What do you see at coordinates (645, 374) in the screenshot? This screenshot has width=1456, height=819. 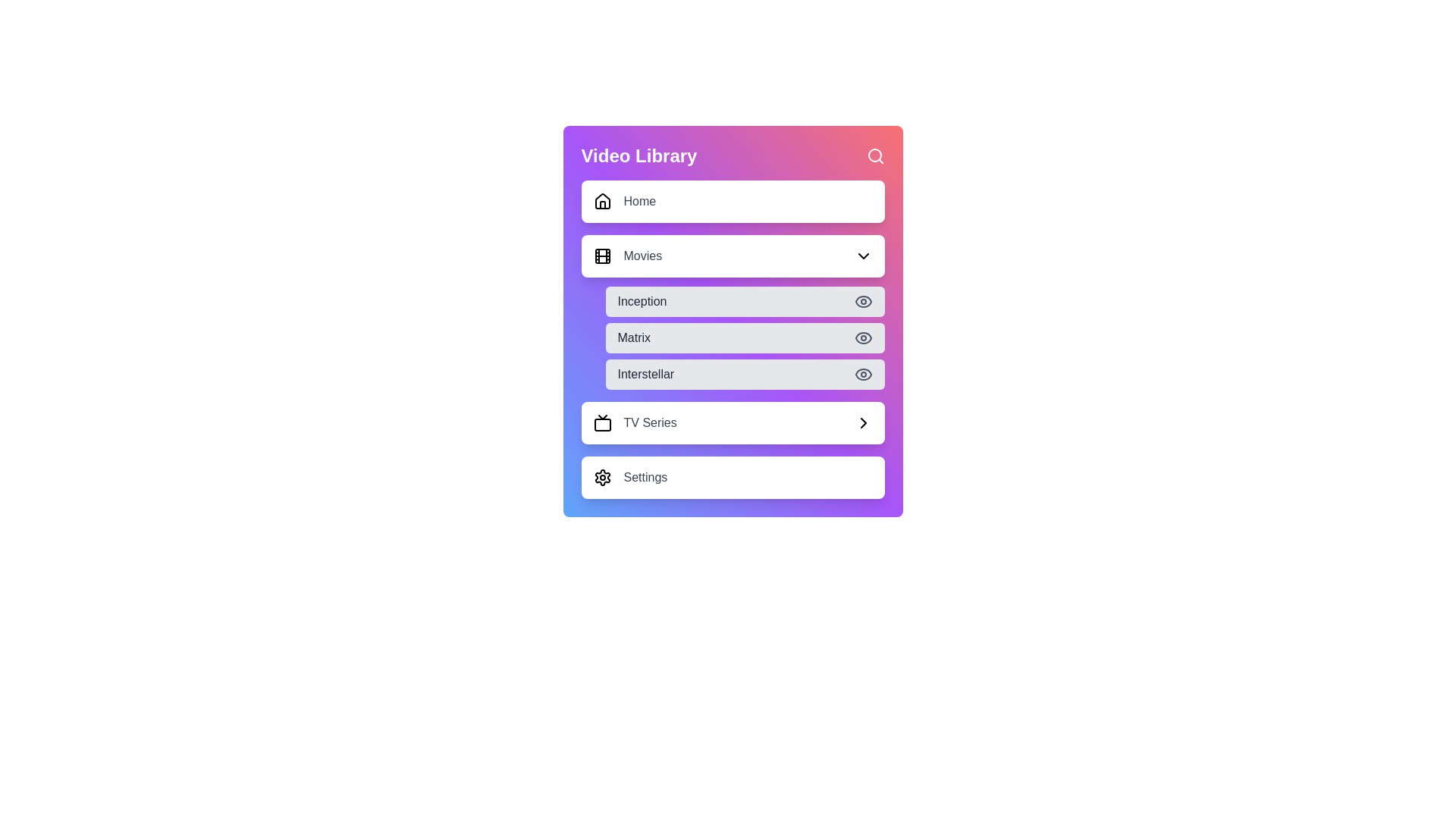 I see `the text label displaying 'Interstellar'` at bounding box center [645, 374].